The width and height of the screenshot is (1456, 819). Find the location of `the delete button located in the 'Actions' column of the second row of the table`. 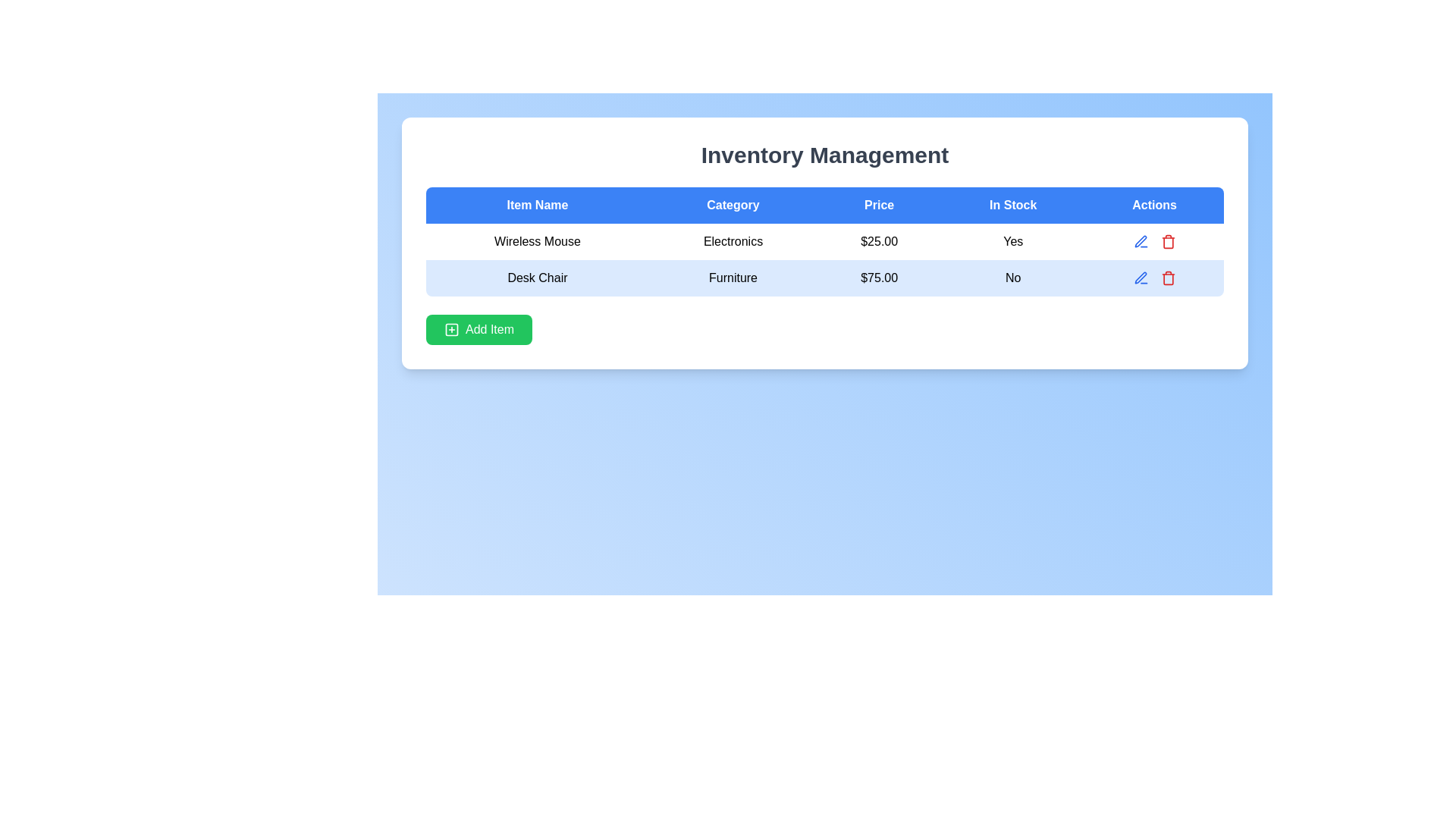

the delete button located in the 'Actions' column of the second row of the table is located at coordinates (1167, 278).